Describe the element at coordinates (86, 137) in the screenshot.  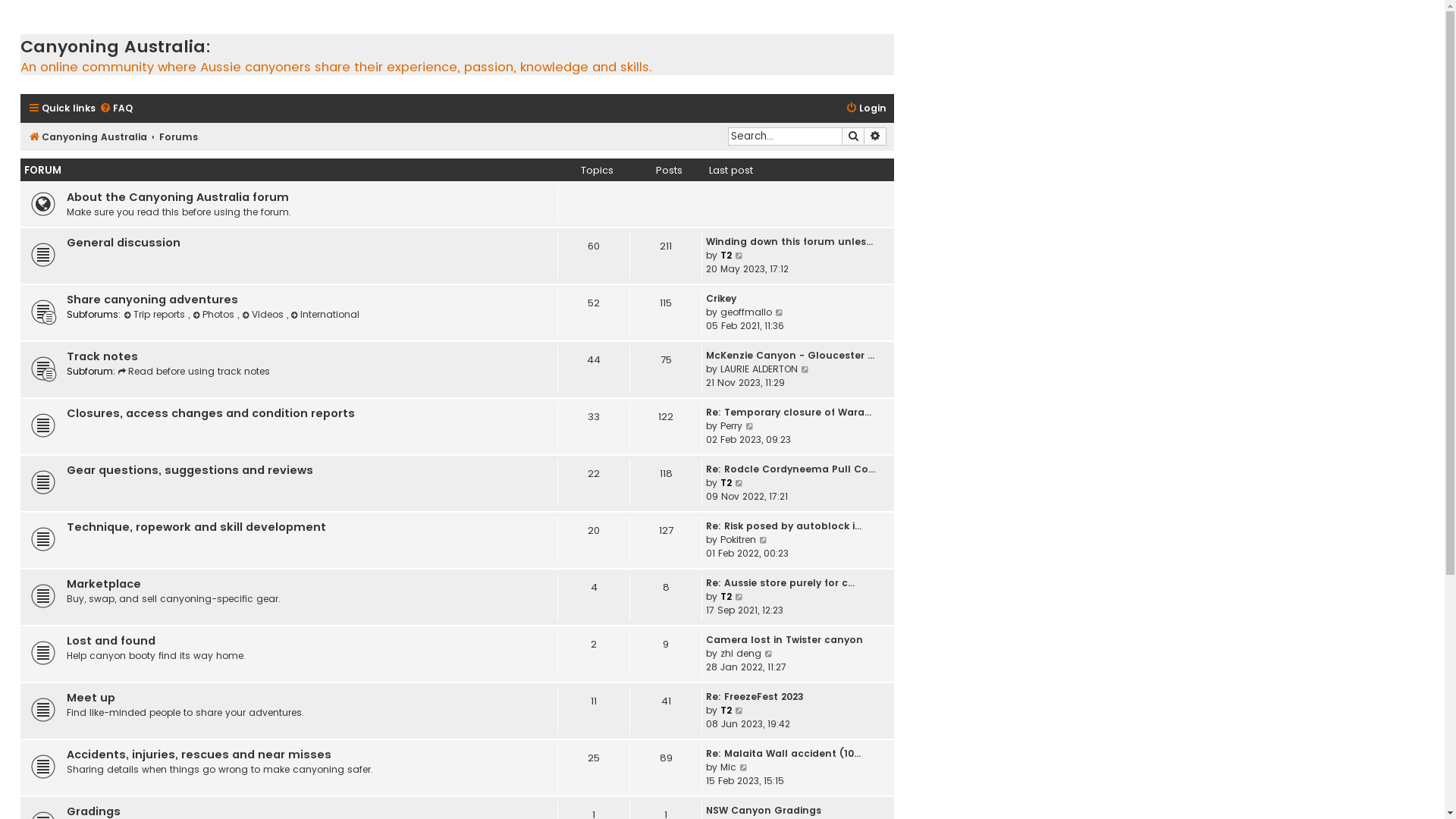
I see `'Canyoning Australia'` at that location.